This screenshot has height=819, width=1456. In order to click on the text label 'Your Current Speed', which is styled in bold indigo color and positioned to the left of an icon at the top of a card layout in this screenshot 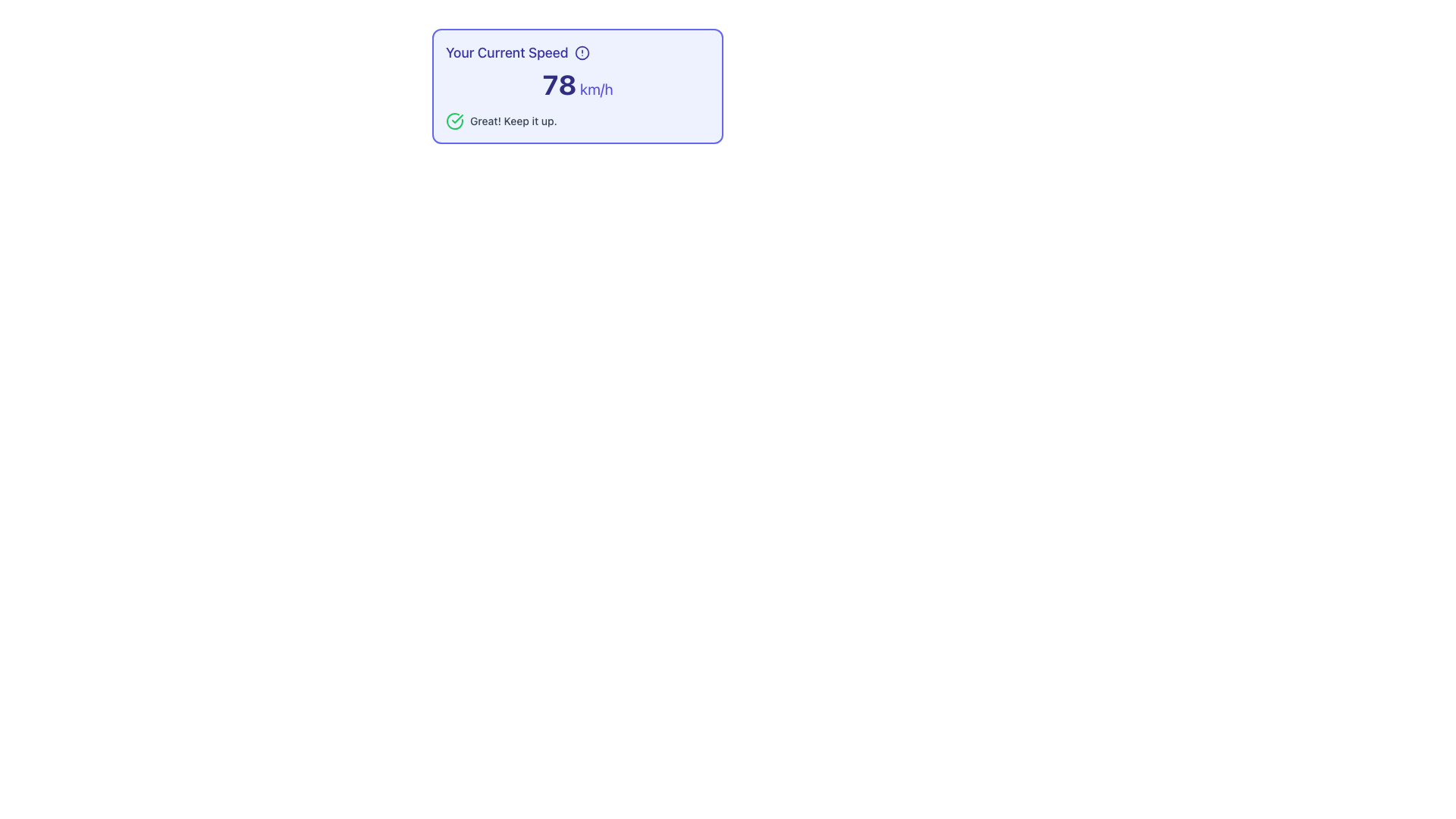, I will do `click(507, 52)`.